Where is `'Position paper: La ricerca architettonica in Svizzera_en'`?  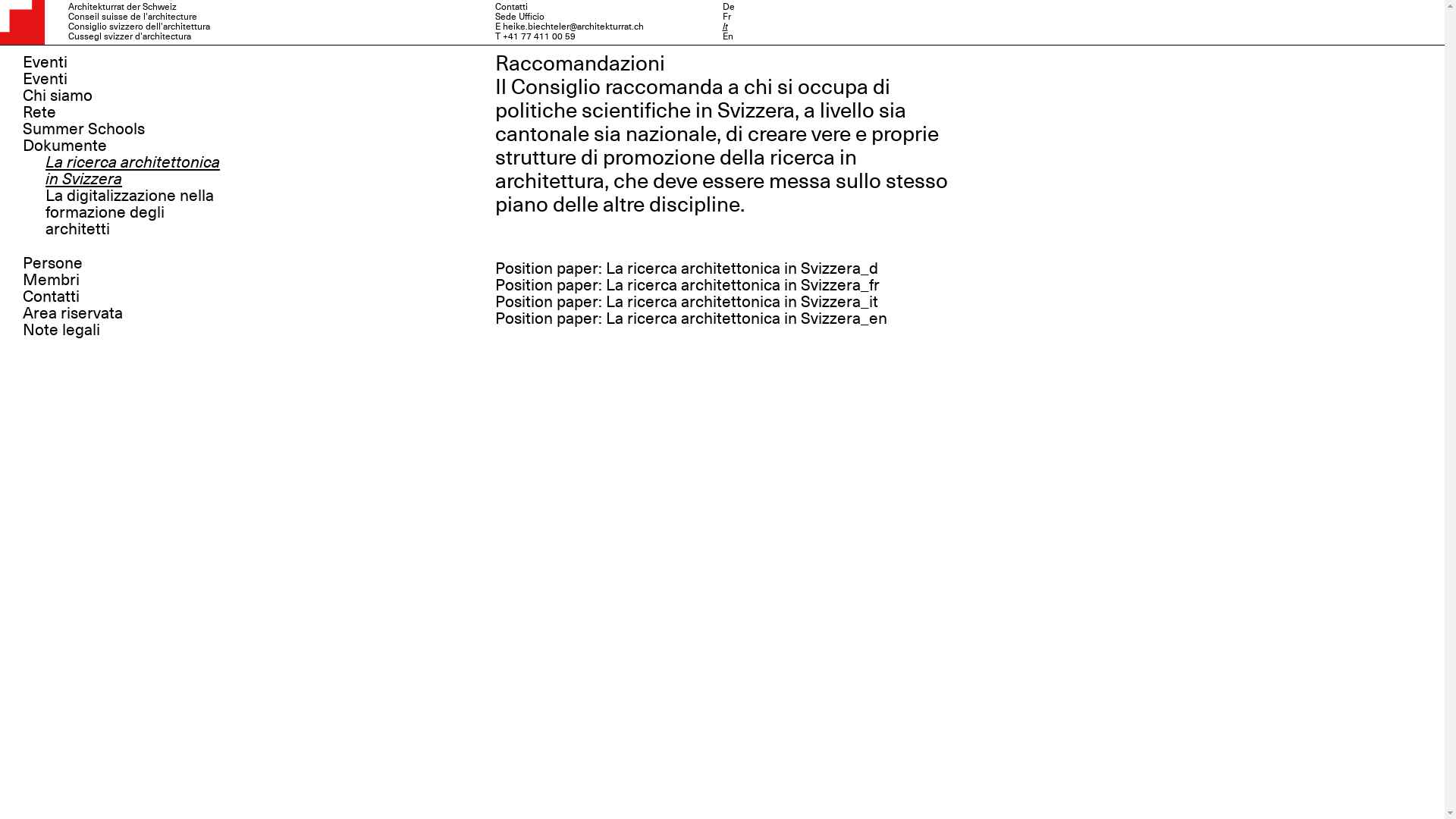 'Position paper: La ricerca architettonica in Svizzera_en' is located at coordinates (689, 318).